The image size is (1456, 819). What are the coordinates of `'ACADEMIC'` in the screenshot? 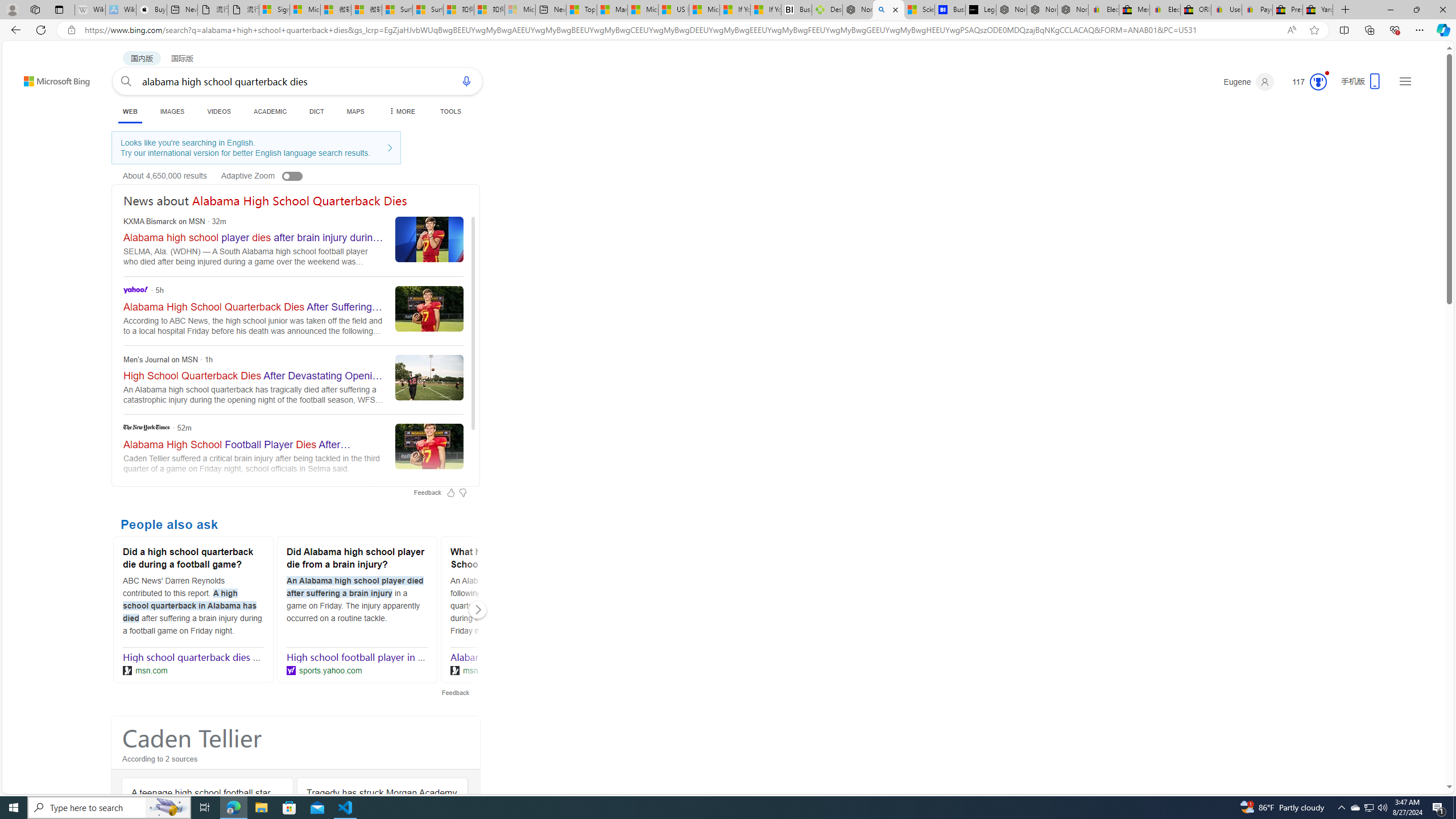 It's located at (269, 111).